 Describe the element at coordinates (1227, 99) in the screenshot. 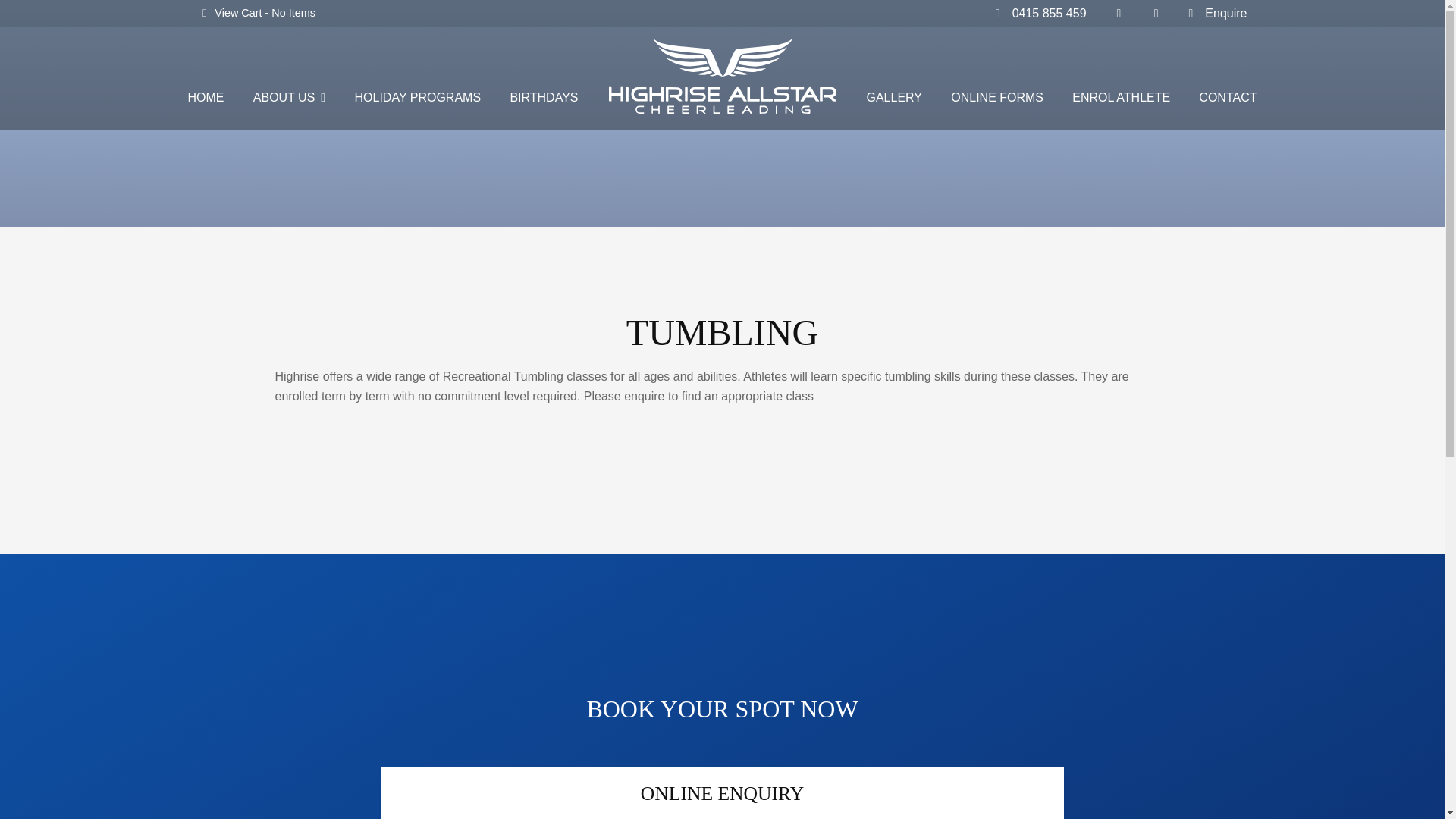

I see `'CONTACT'` at that location.